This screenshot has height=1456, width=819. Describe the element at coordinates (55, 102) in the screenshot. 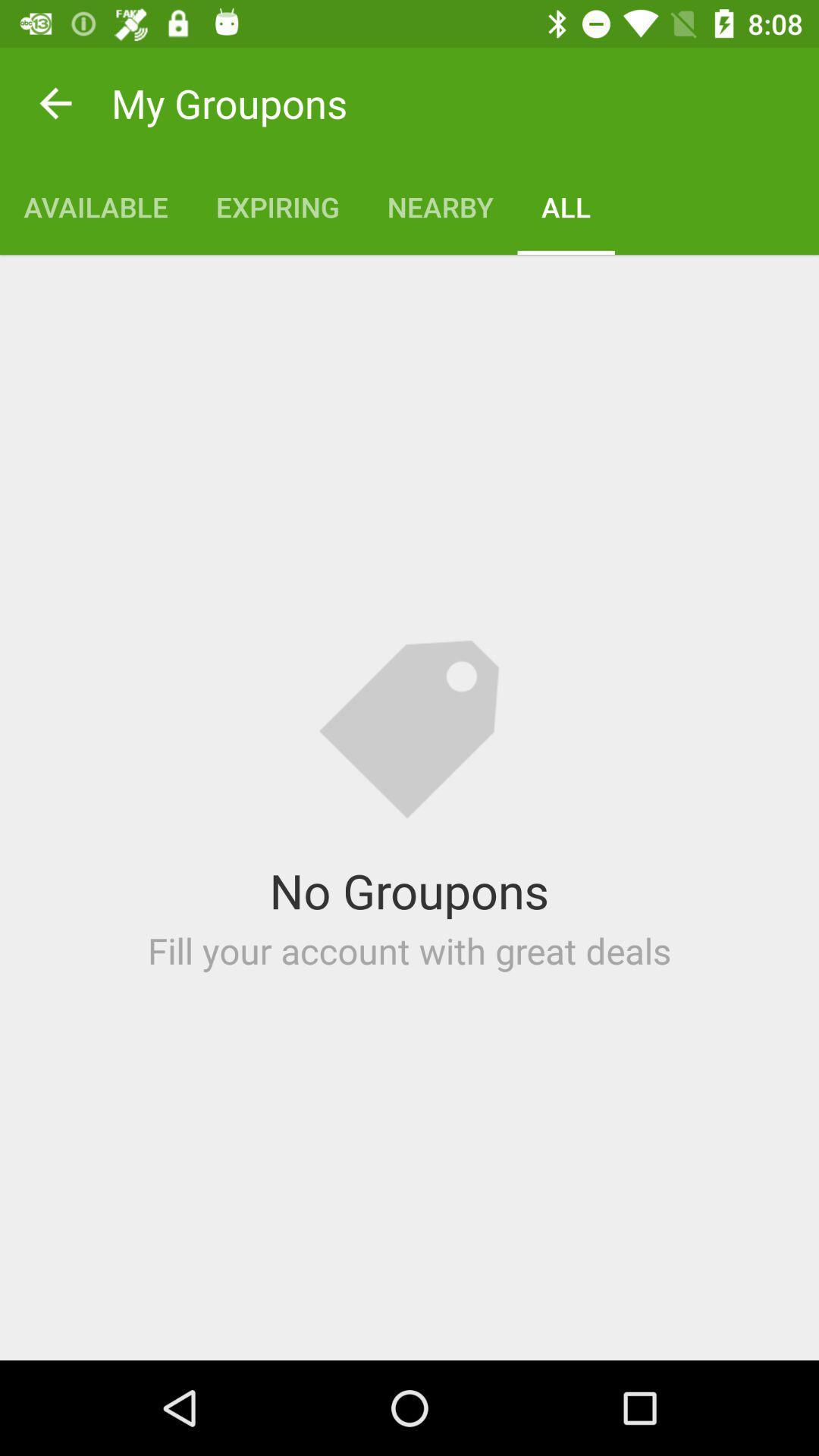

I see `the item to the left of the my groupons item` at that location.